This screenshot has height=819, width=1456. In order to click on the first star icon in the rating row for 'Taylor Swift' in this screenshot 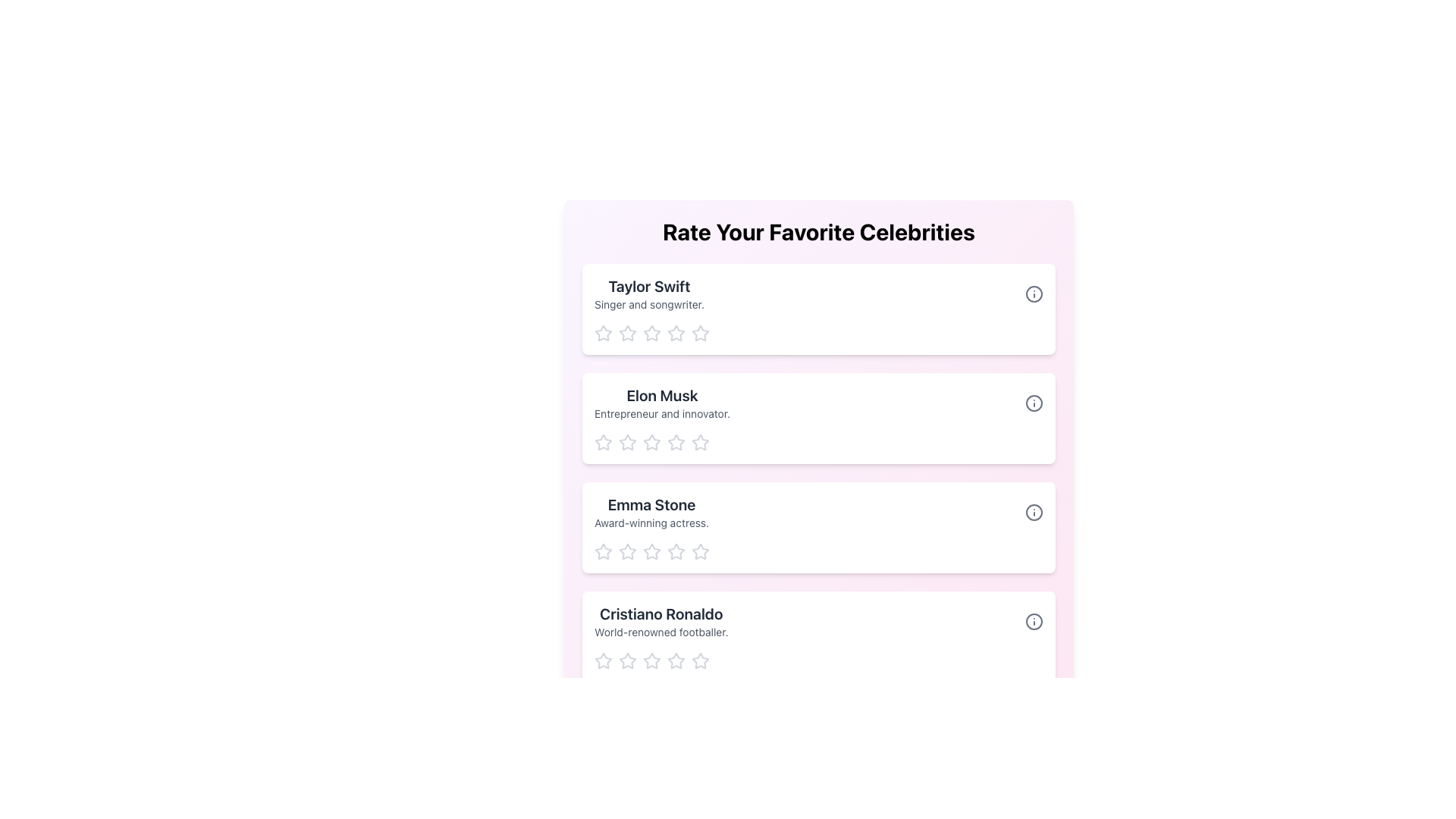, I will do `click(603, 332)`.